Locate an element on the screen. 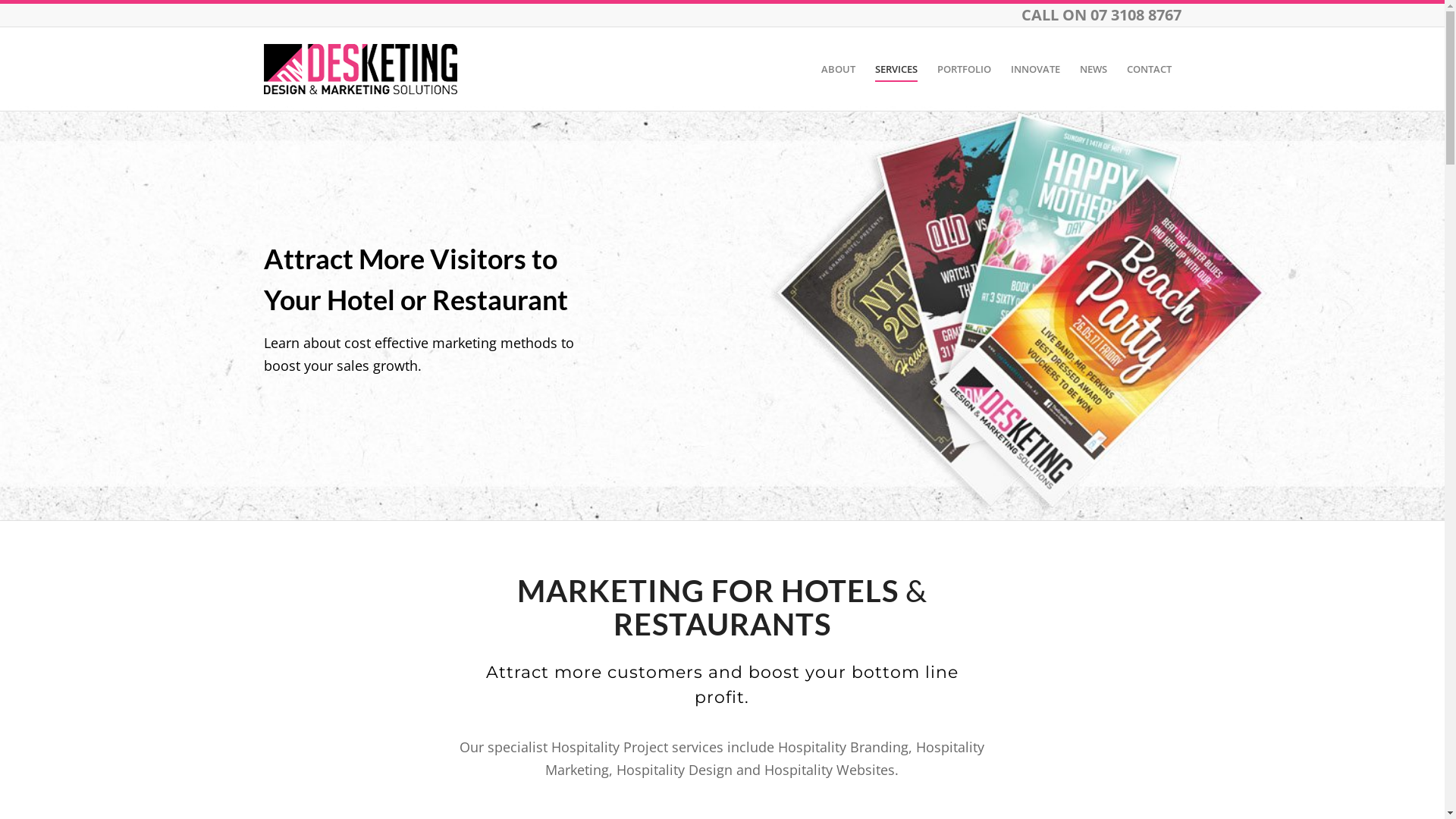 This screenshot has width=1456, height=819. 'CONTACT' is located at coordinates (1148, 69).